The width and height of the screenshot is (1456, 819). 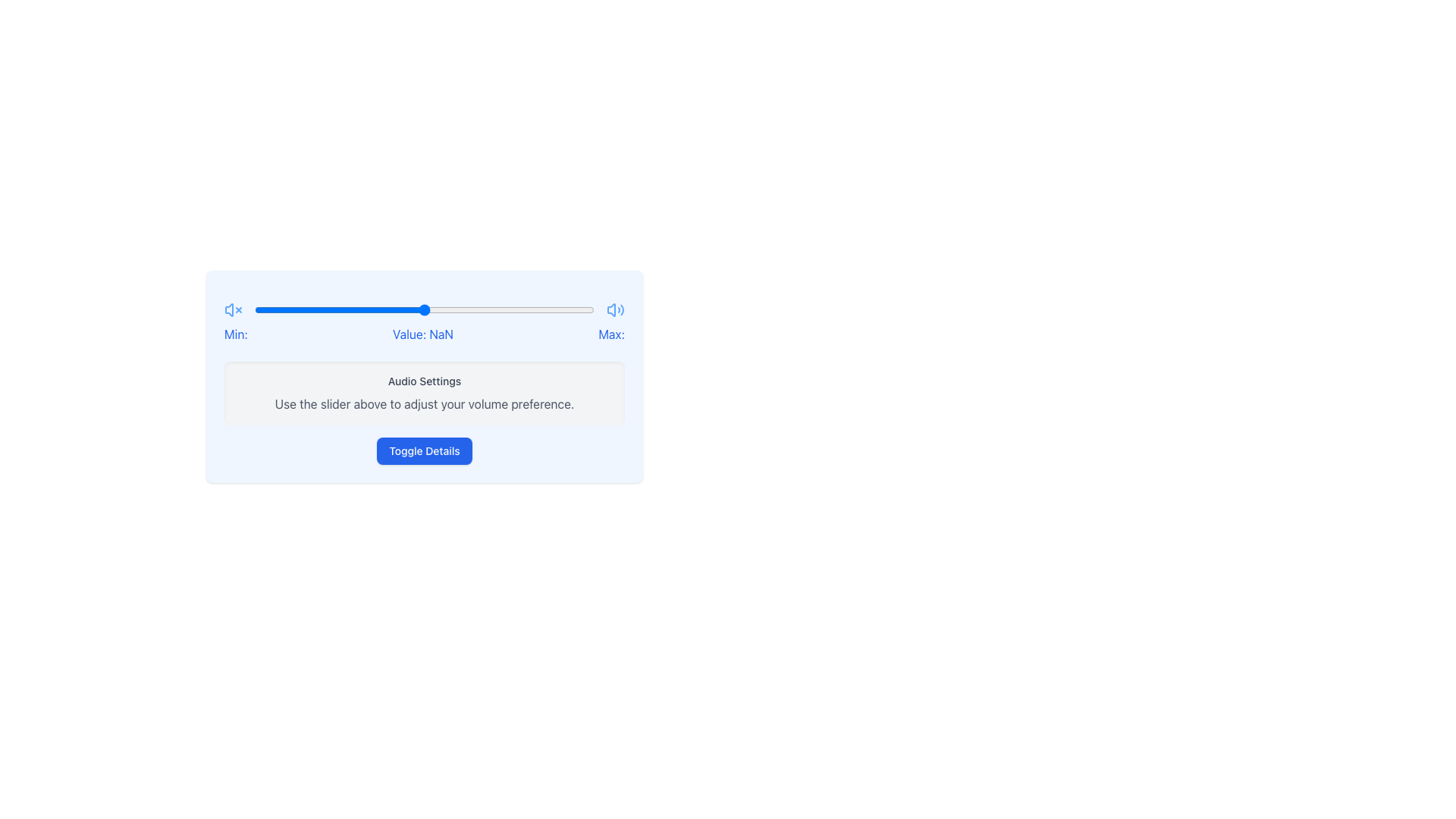 What do you see at coordinates (425, 380) in the screenshot?
I see `the text label that provides context for audio adjustments, located in the gray box component` at bounding box center [425, 380].